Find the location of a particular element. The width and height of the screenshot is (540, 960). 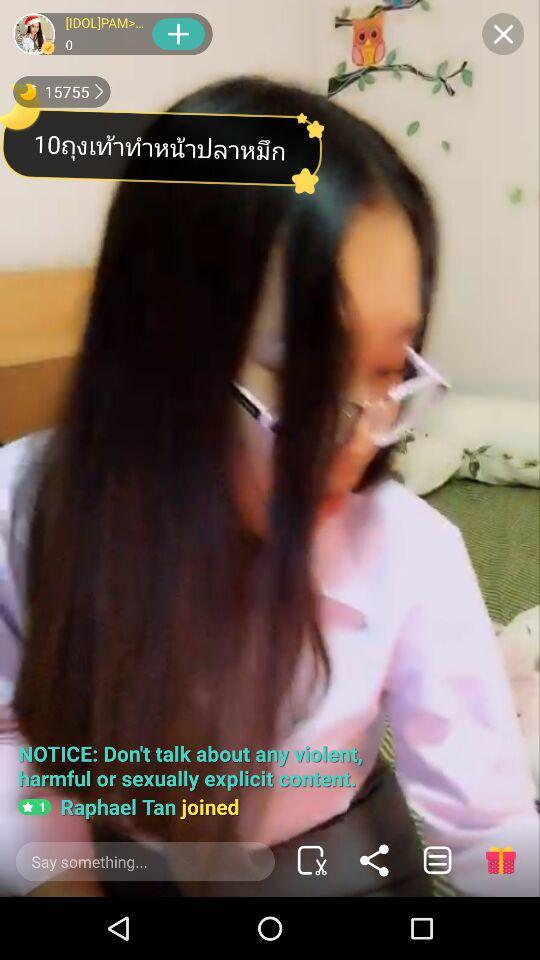

the text which is below the text harmful or sexually explicit content is located at coordinates (129, 806).